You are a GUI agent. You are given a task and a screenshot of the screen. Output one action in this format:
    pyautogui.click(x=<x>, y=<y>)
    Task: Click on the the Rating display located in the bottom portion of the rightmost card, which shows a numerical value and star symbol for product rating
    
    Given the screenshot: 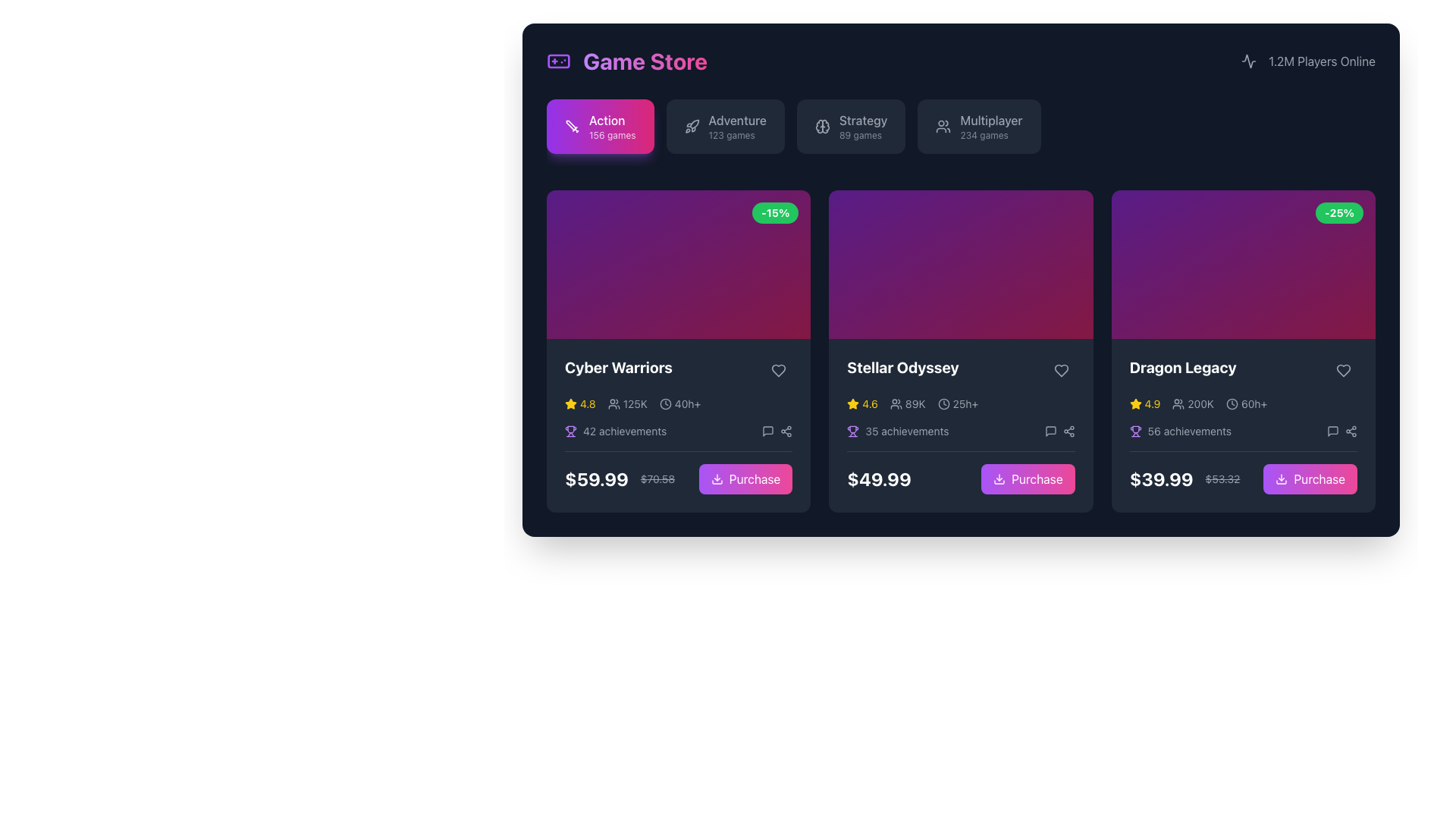 What is the action you would take?
    pyautogui.click(x=1144, y=403)
    